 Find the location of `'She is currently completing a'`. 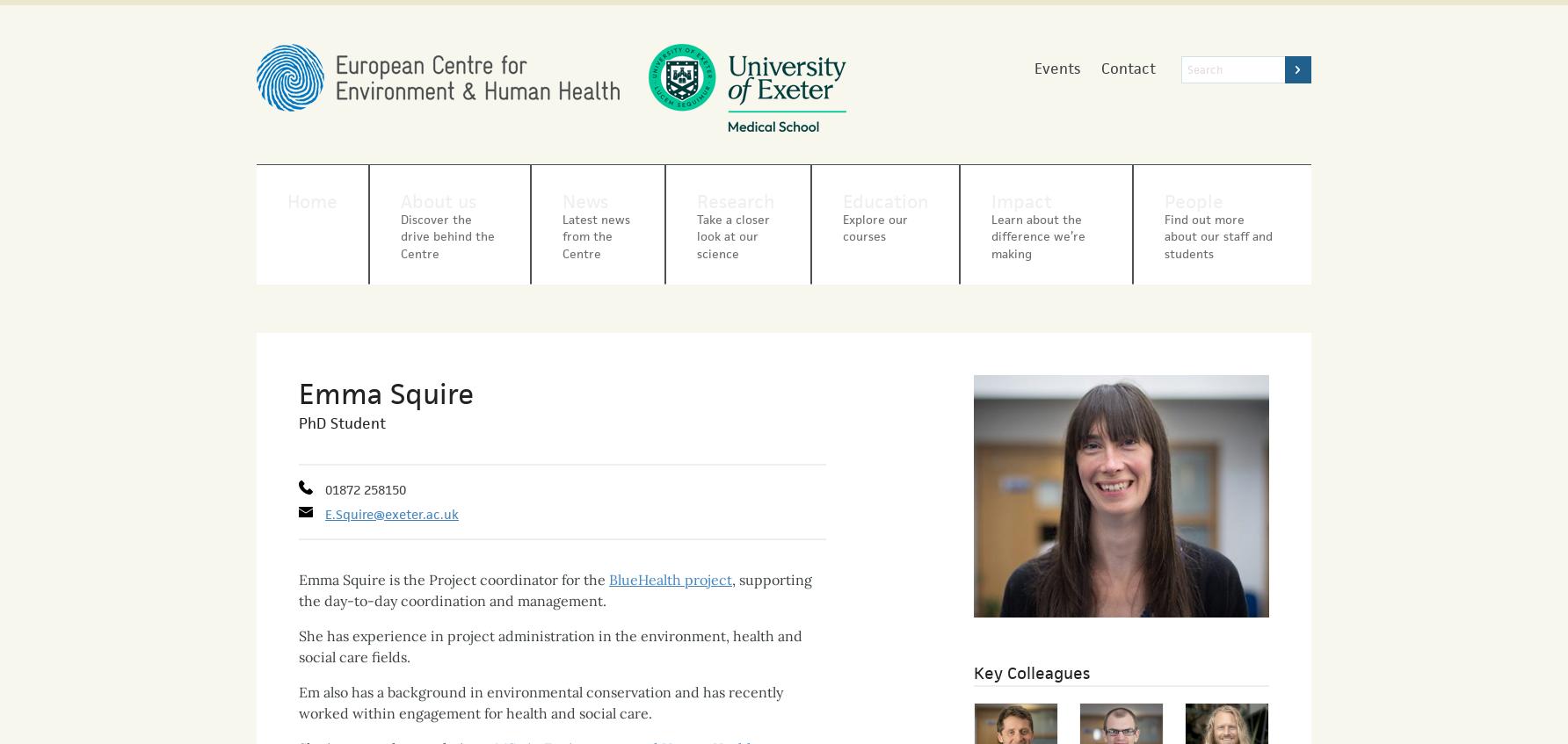

'She is currently completing a' is located at coordinates (396, 733).